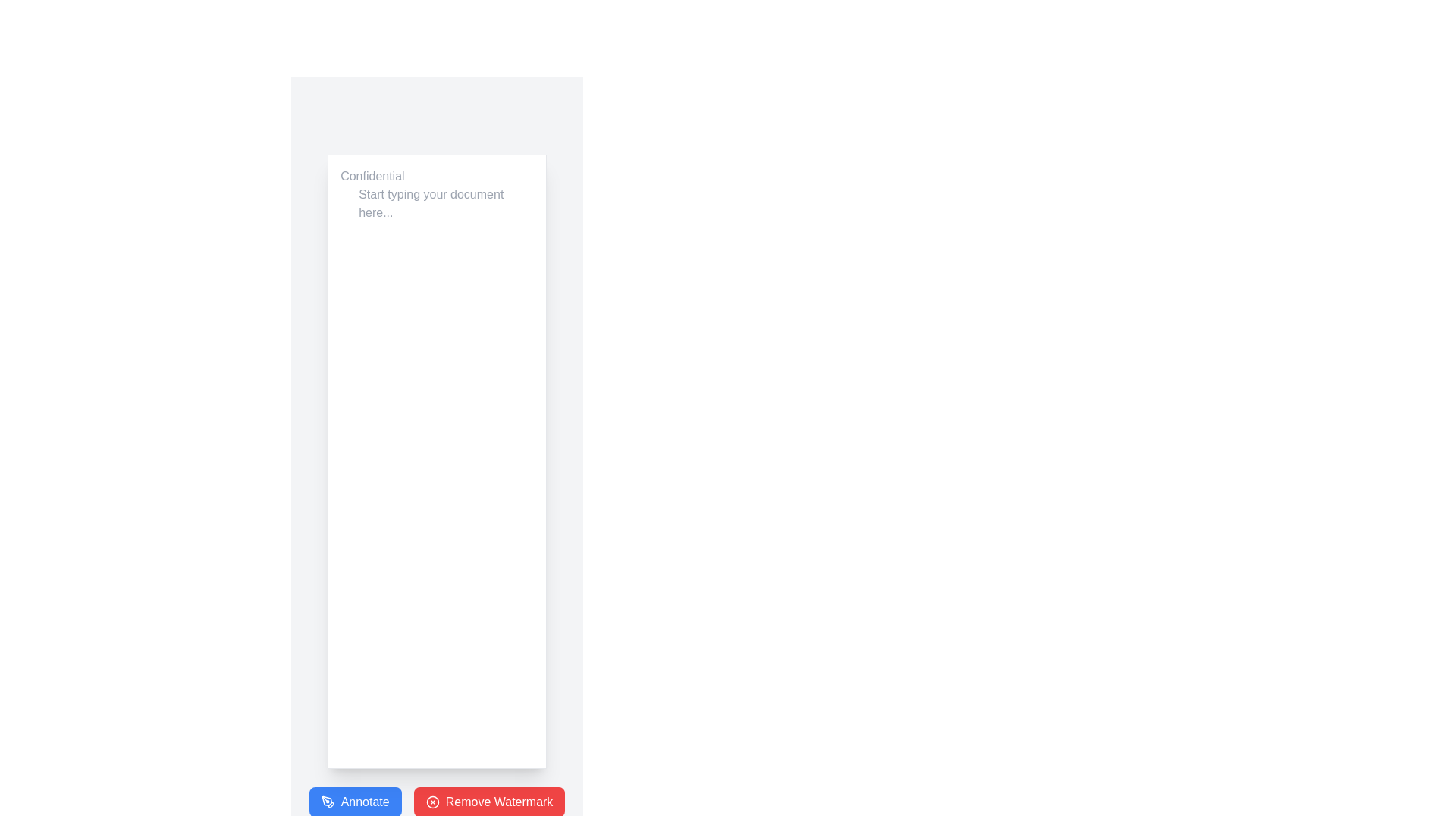 This screenshot has height=819, width=1456. What do you see at coordinates (327, 801) in the screenshot?
I see `the 'Annotate' button located at the bottom-left corner of the interface, which contains a small SVG pen tool icon on its left side` at bounding box center [327, 801].